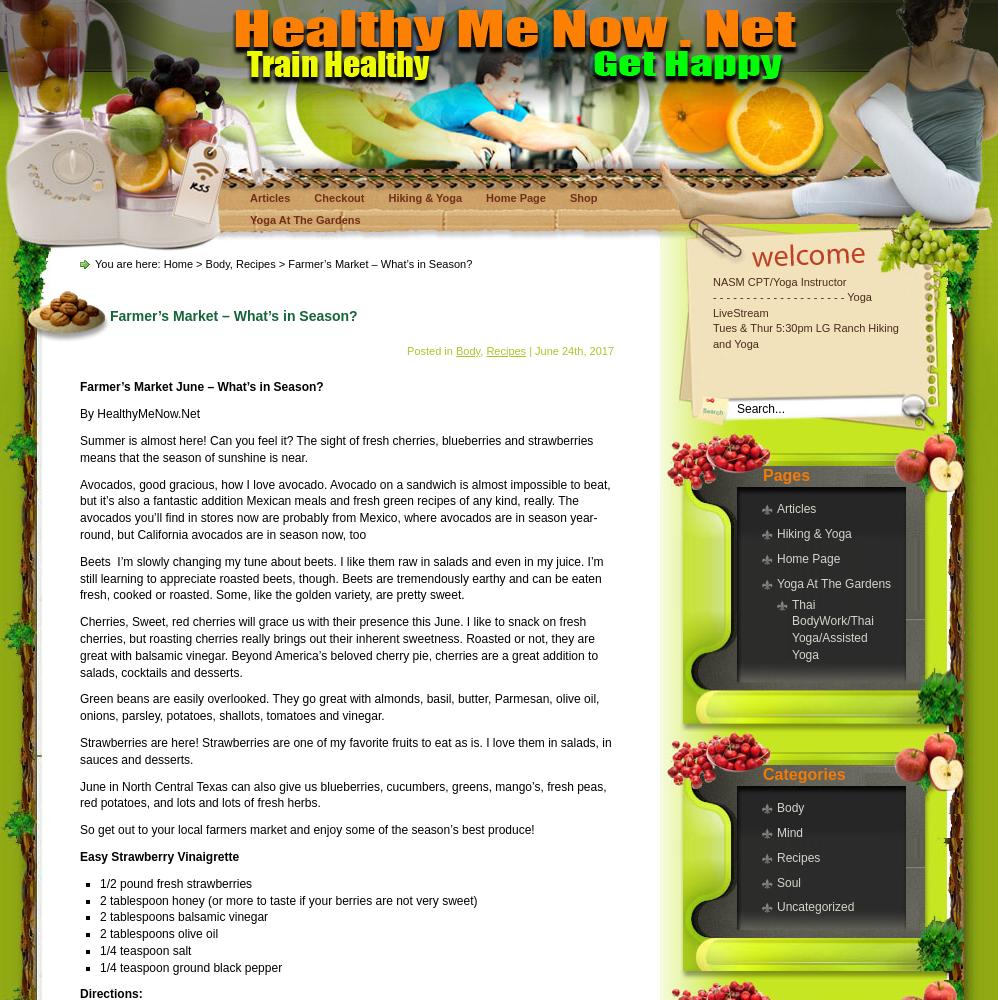  I want to click on 'Home', so click(177, 264).